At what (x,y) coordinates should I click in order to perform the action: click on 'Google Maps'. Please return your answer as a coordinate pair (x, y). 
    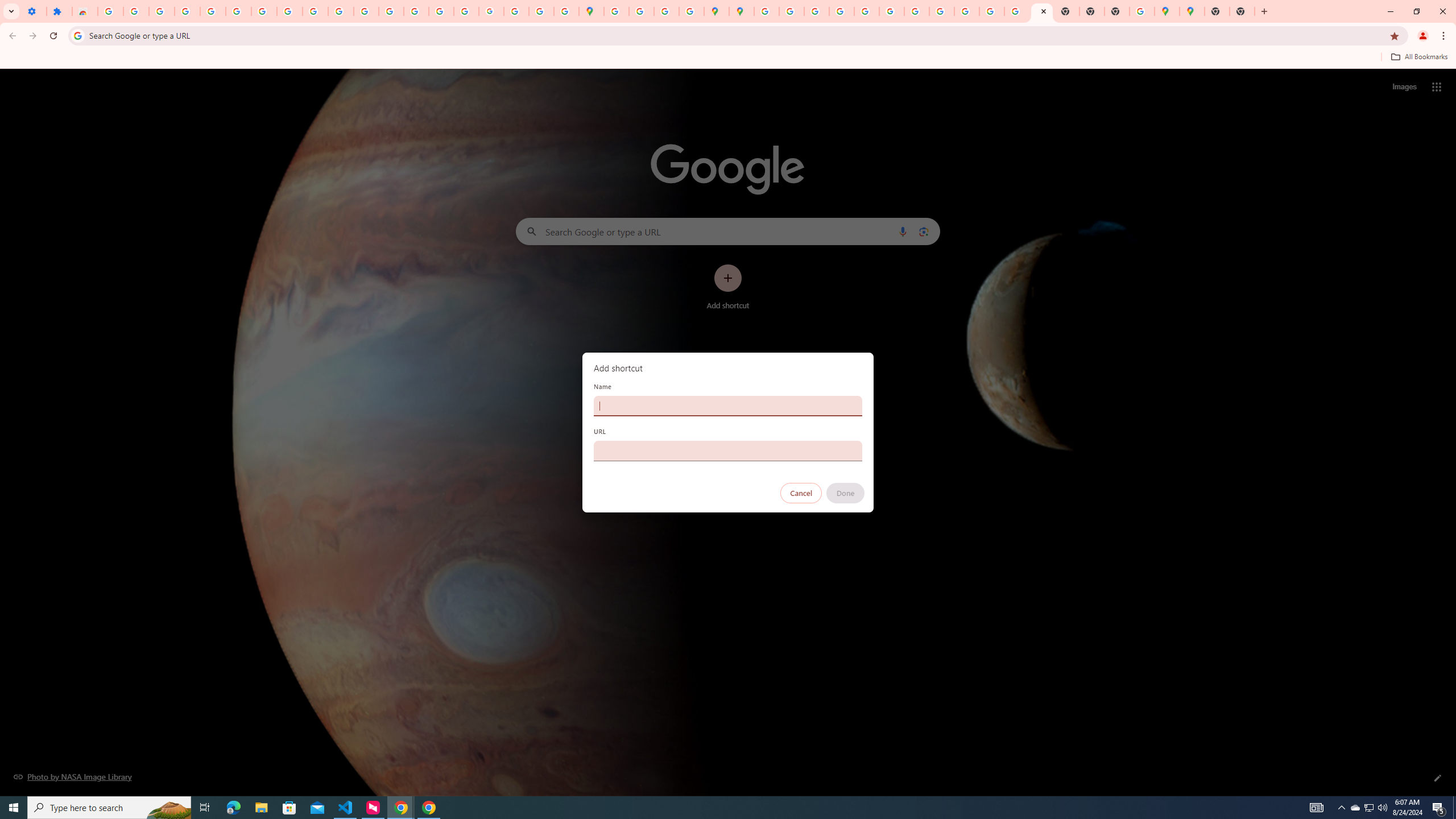
    Looking at the image, I should click on (1192, 11).